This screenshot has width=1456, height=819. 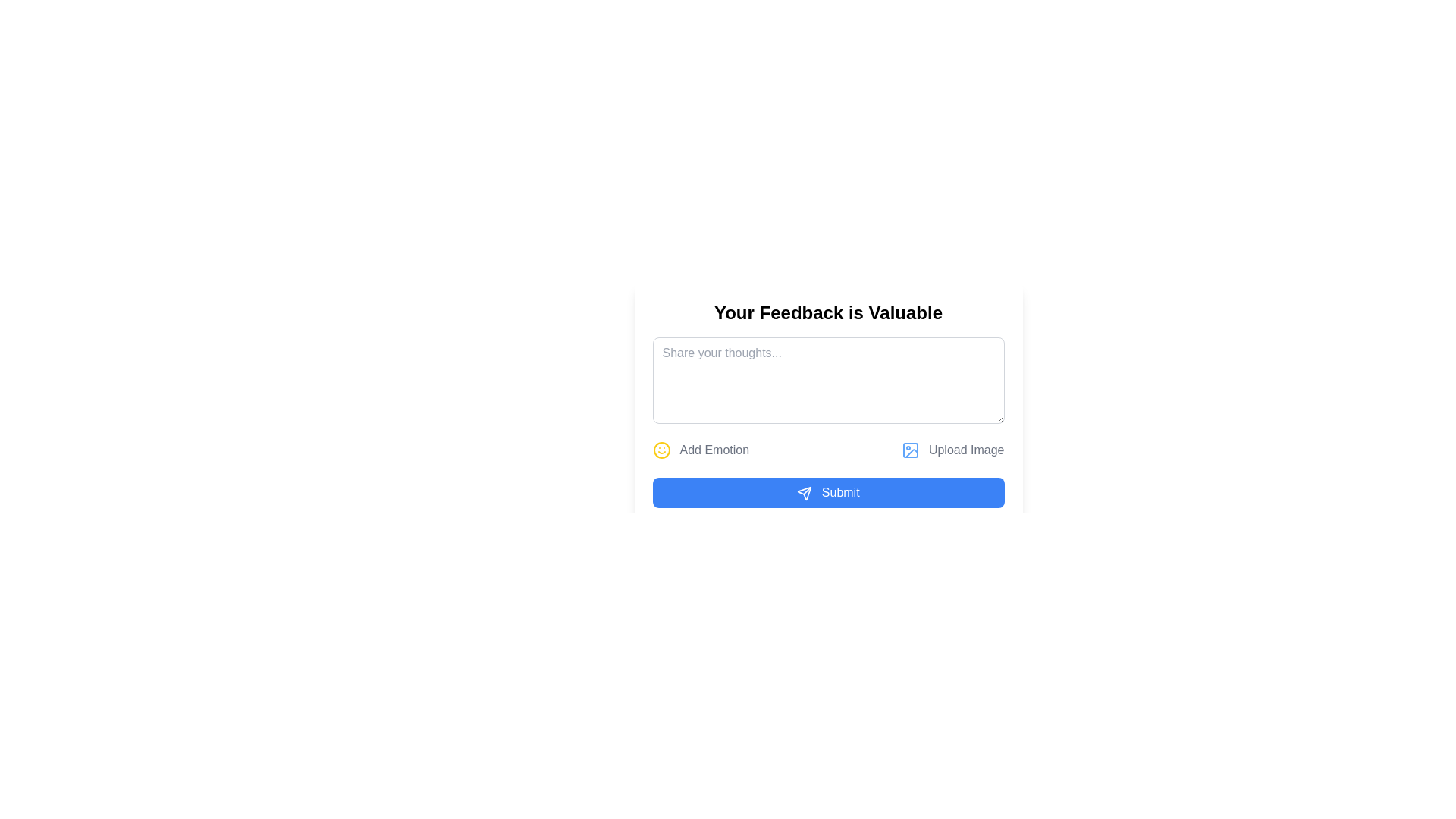 What do you see at coordinates (661, 450) in the screenshot?
I see `the large circular yellow icon in the center of the smiling face graphic located near the Add Emotion button` at bounding box center [661, 450].